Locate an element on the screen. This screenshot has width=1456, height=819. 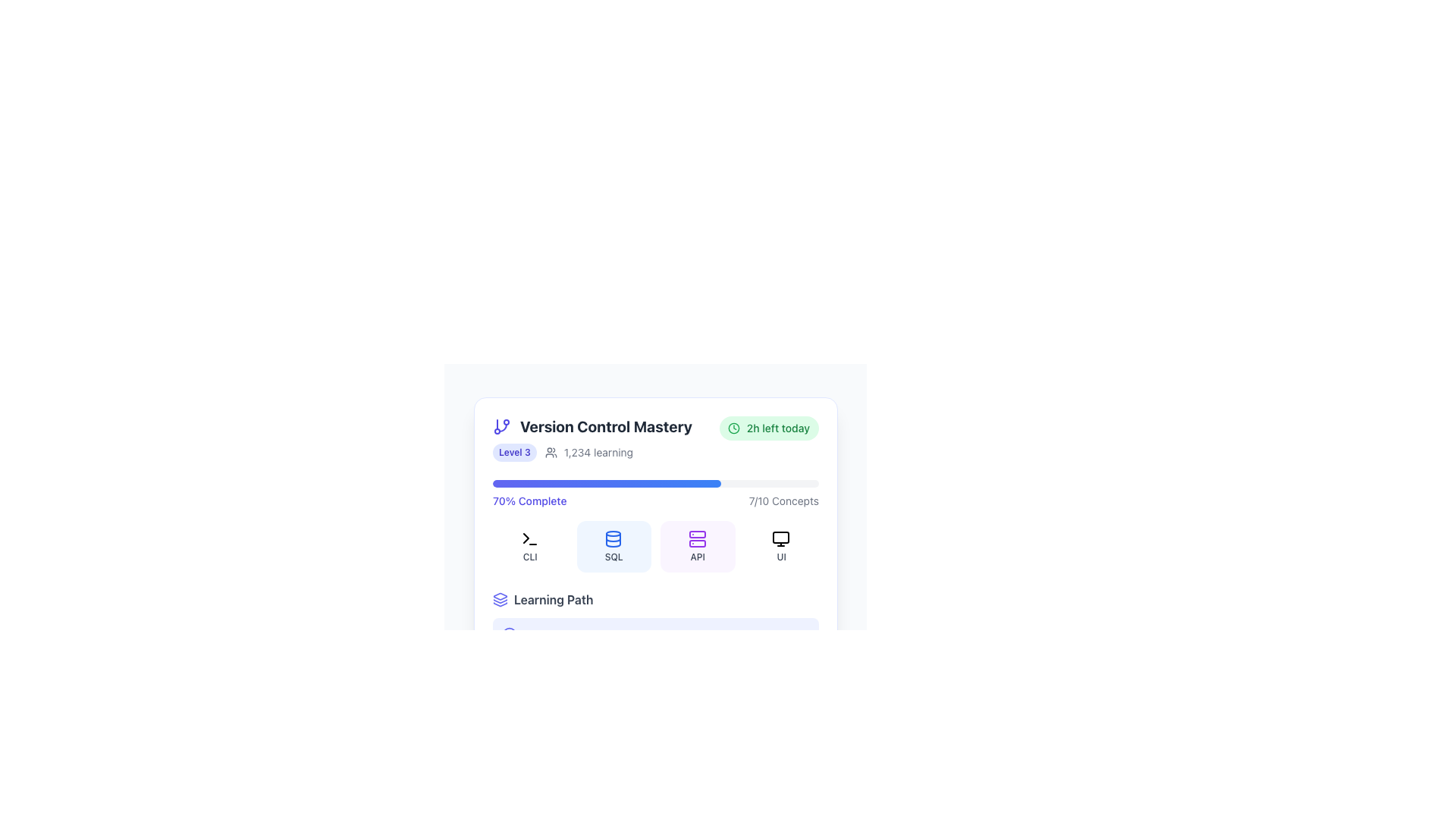
the icon associated with the informational label that reads '1,234 learning', located below the title 'Version Control Mastery' and to the right of the 'Level 3' badge is located at coordinates (588, 452).